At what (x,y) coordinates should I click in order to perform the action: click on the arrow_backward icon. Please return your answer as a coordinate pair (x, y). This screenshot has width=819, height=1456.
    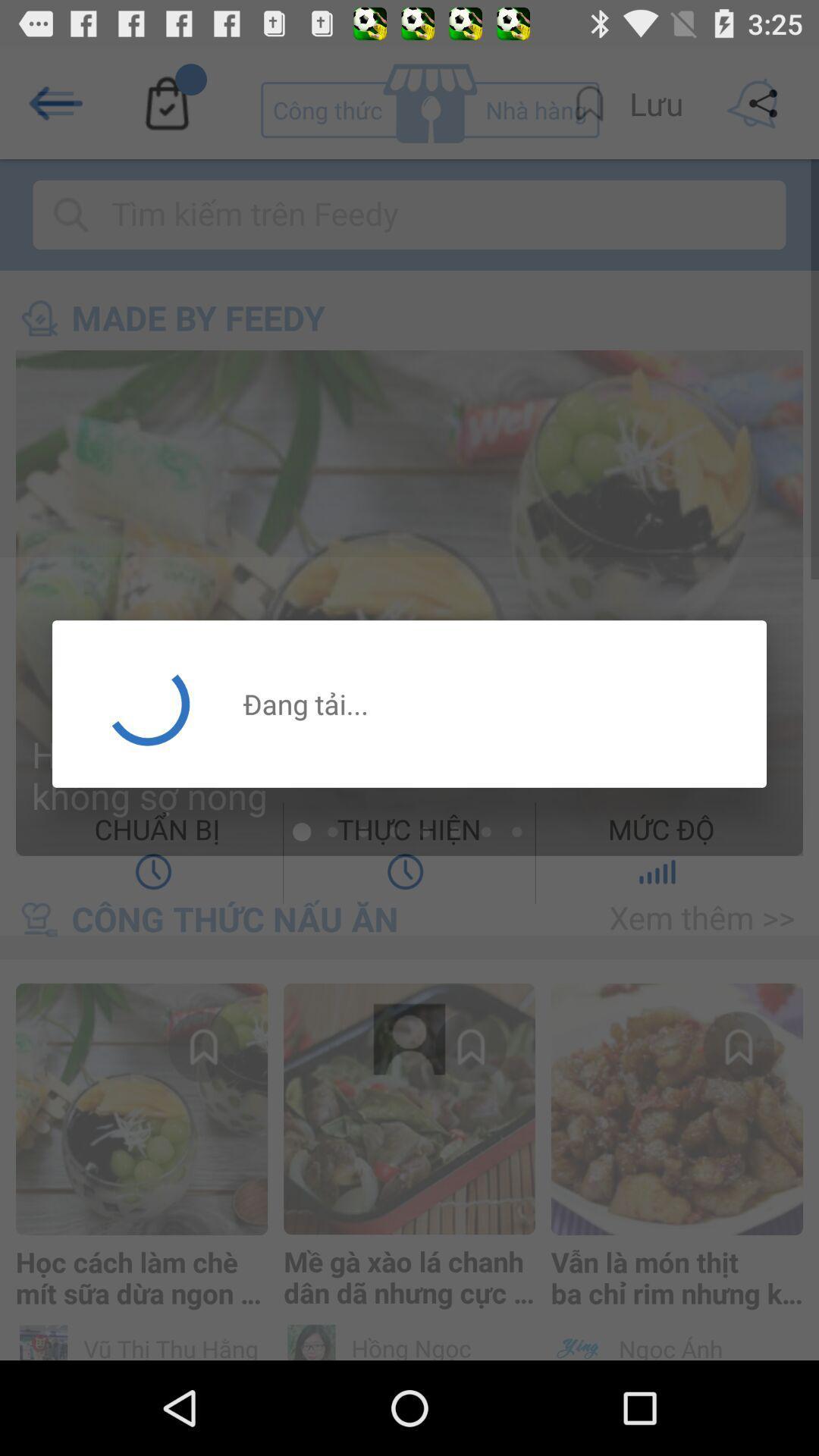
    Looking at the image, I should click on (55, 102).